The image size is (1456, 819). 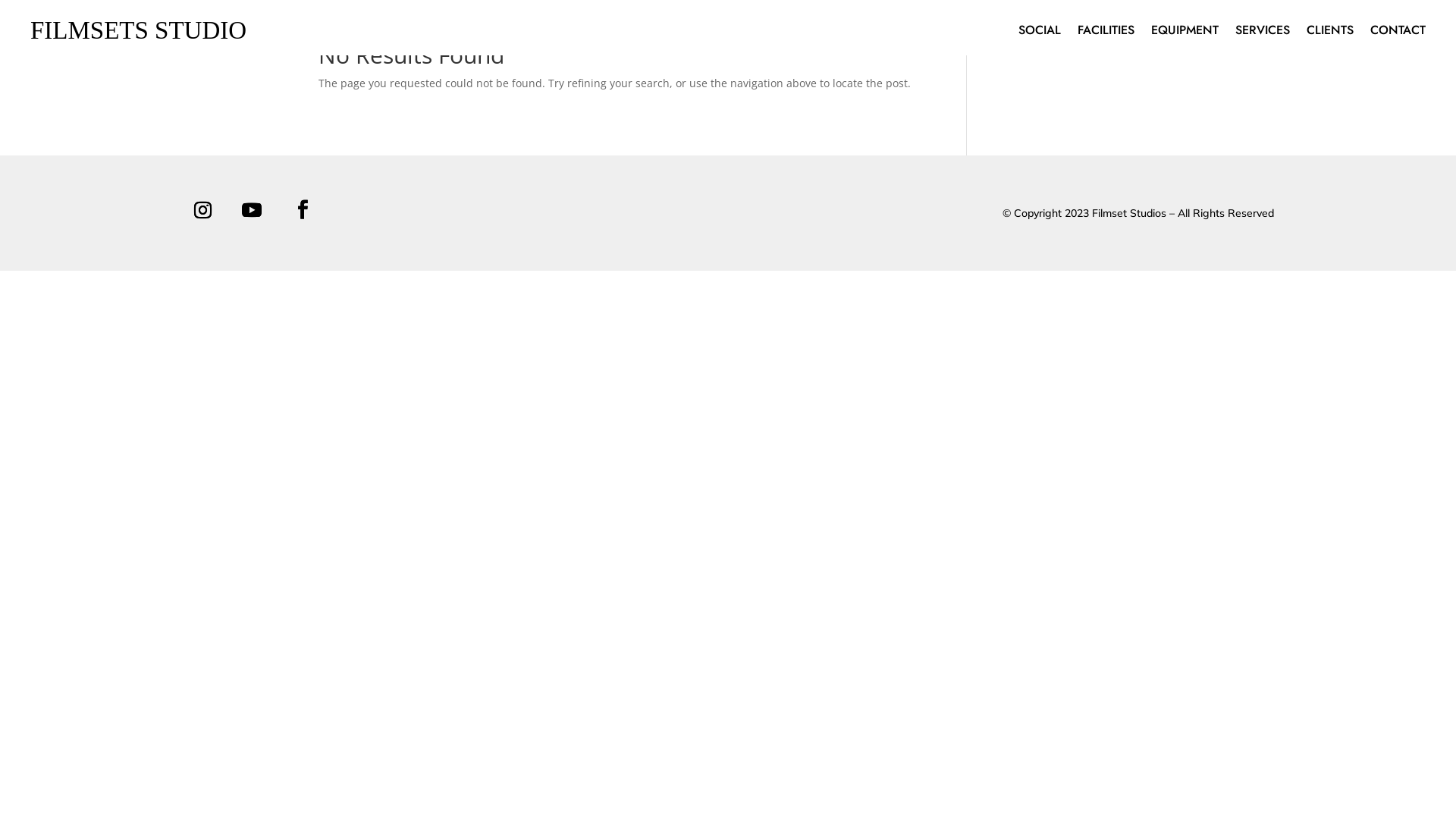 I want to click on 'CONTACT', so click(x=1397, y=33).